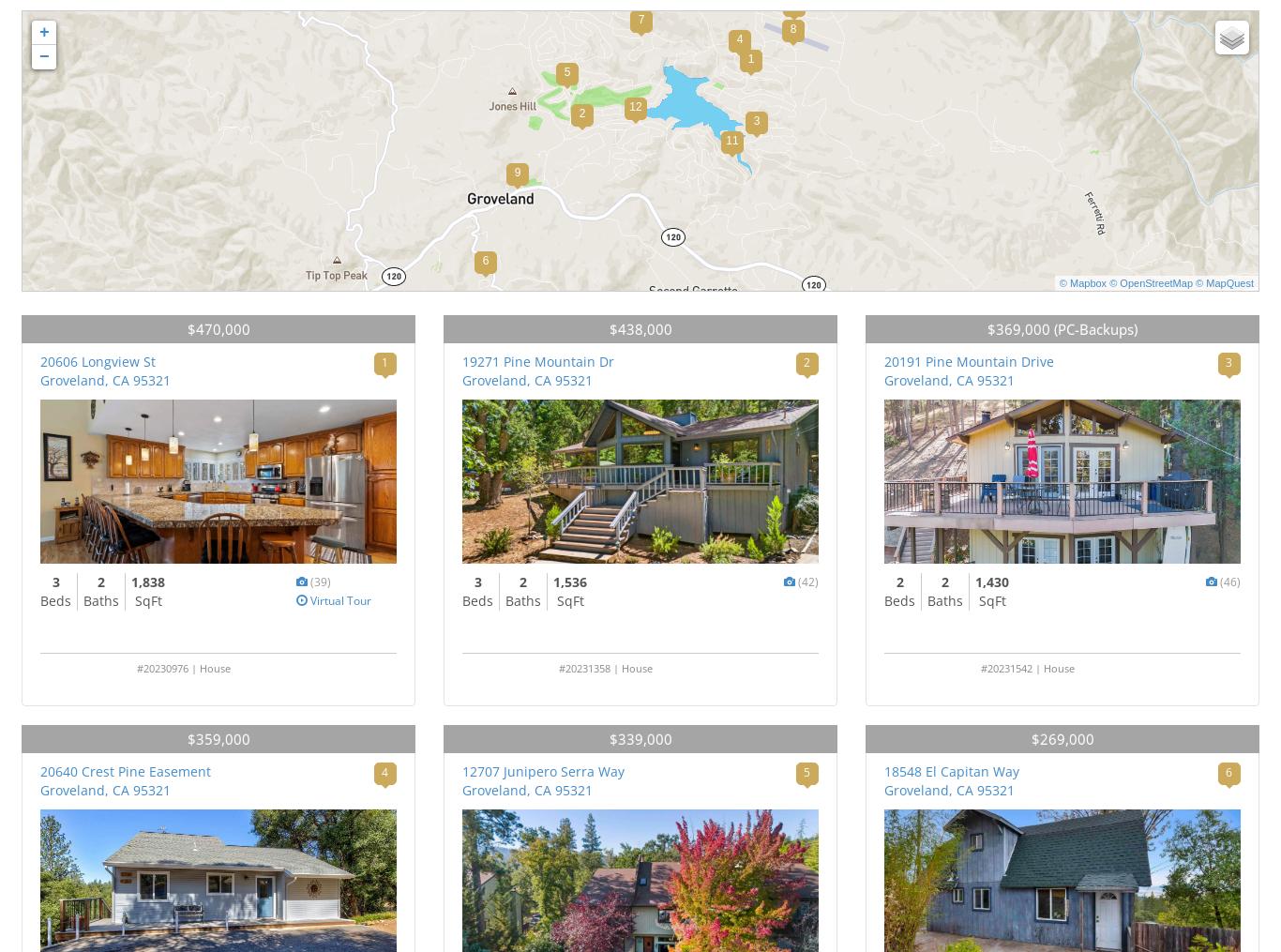 This screenshot has width=1281, height=952. I want to click on '#20231358 | House', so click(604, 668).